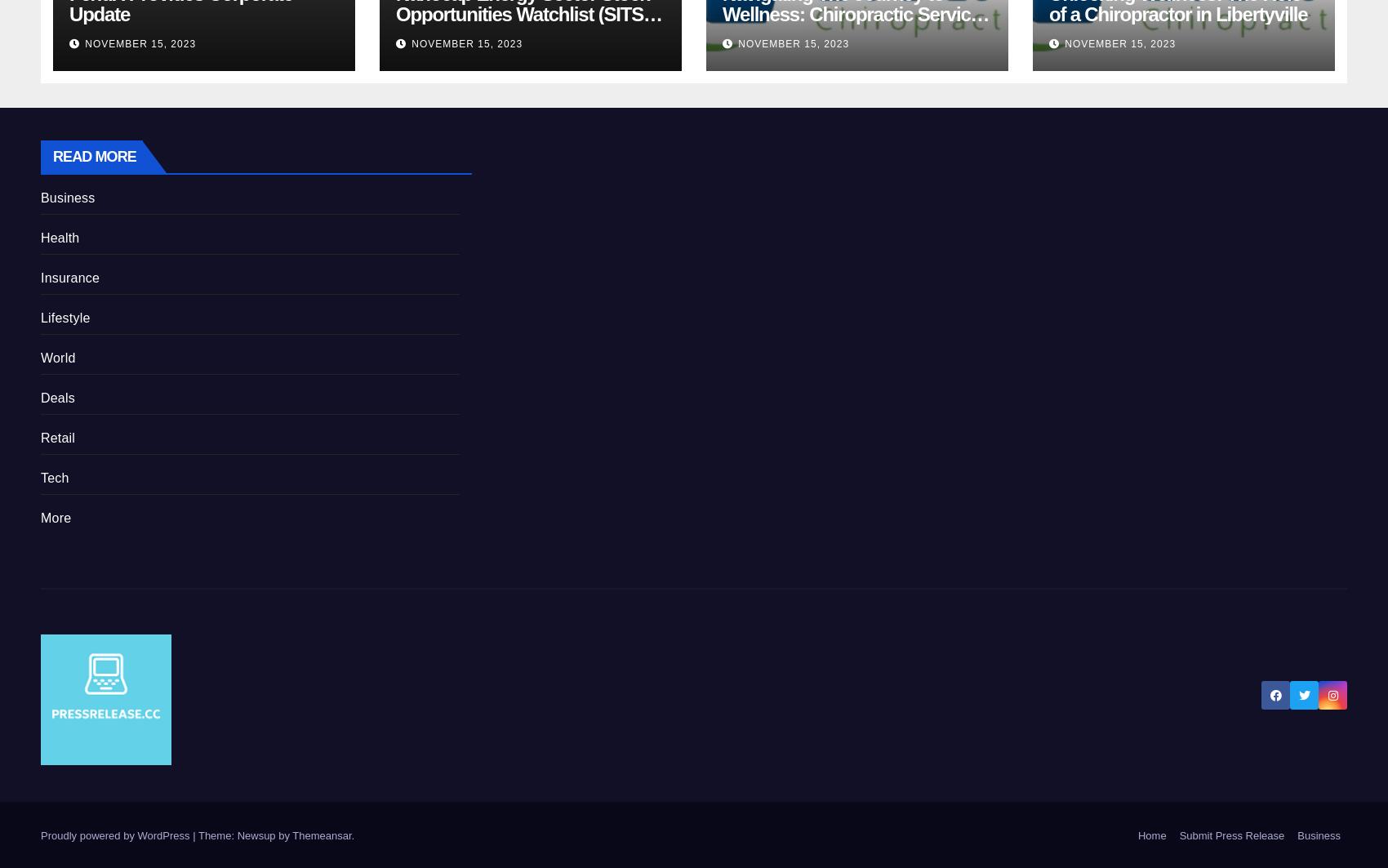 The image size is (1388, 868). Describe the element at coordinates (65, 317) in the screenshot. I see `'Lifestyle'` at that location.